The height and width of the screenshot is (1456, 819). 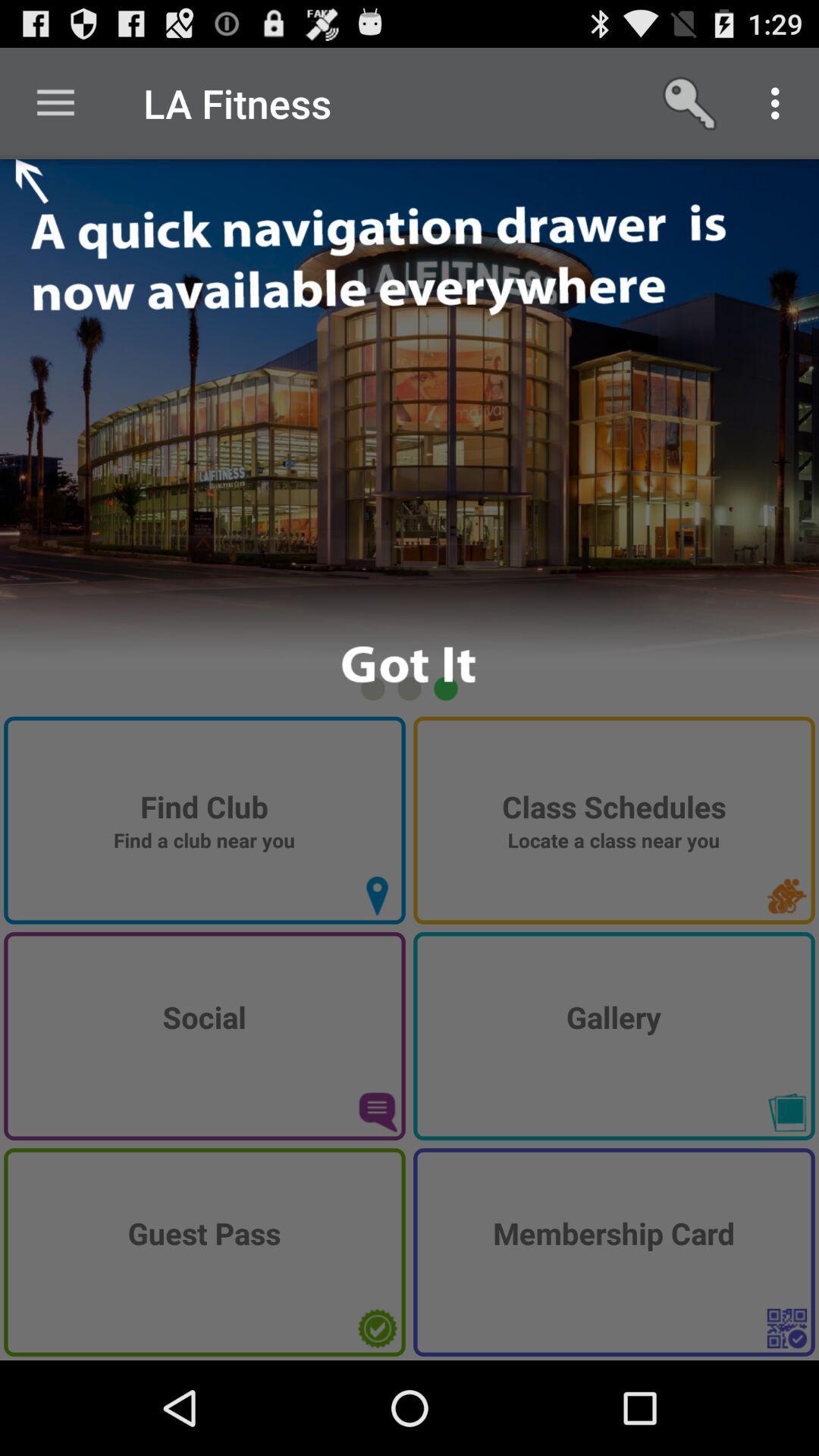 What do you see at coordinates (376, 1112) in the screenshot?
I see `the chat icon which is below got it on the page` at bounding box center [376, 1112].